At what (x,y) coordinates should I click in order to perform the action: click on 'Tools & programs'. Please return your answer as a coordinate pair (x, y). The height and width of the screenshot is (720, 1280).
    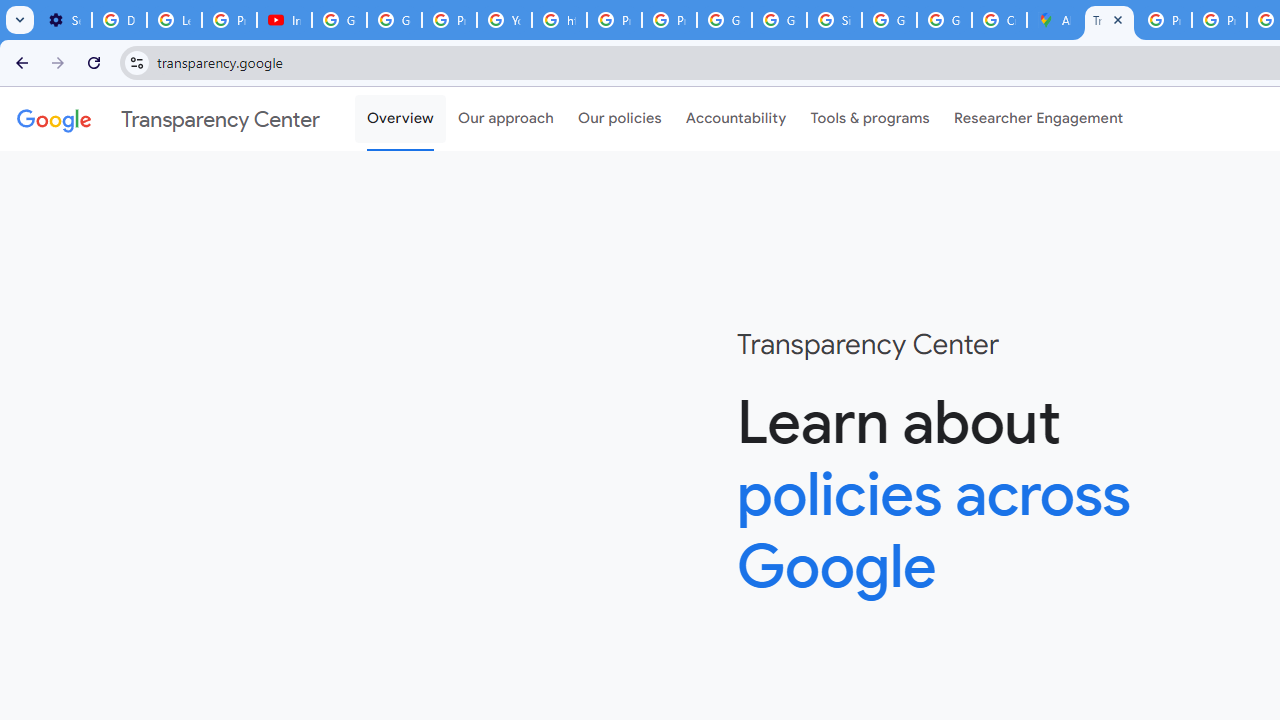
    Looking at the image, I should click on (869, 119).